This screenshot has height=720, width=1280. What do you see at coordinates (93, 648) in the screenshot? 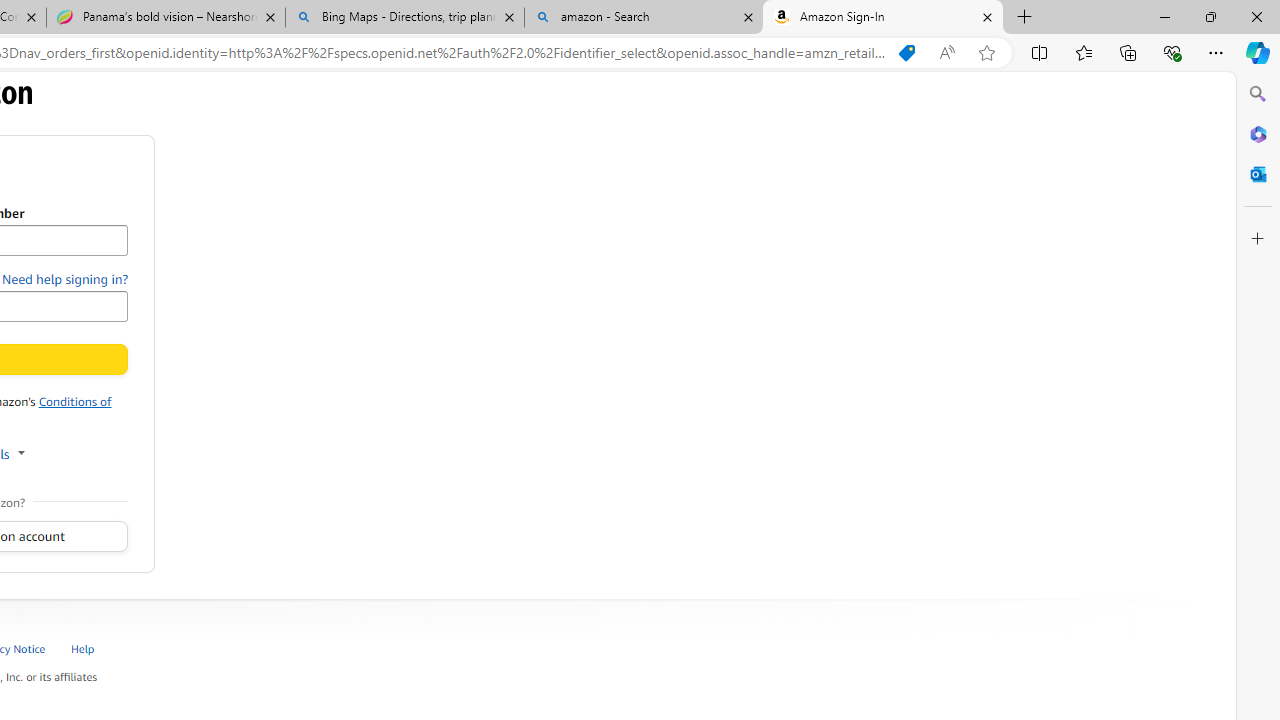
I see `'Help '` at bounding box center [93, 648].